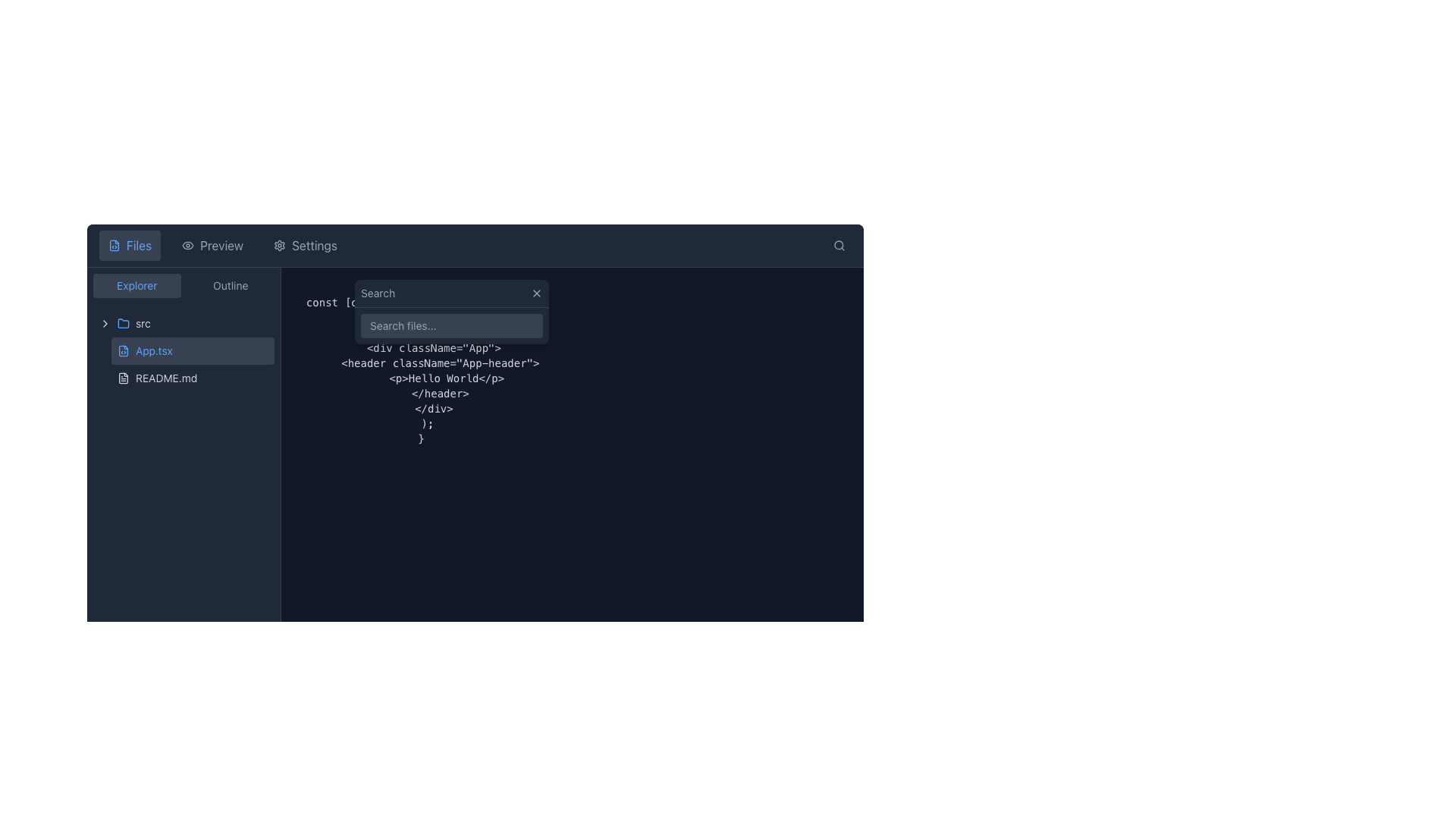 The width and height of the screenshot is (1456, 819). I want to click on the File entry named 'App.tsx' in the navigation panel, so click(183, 350).